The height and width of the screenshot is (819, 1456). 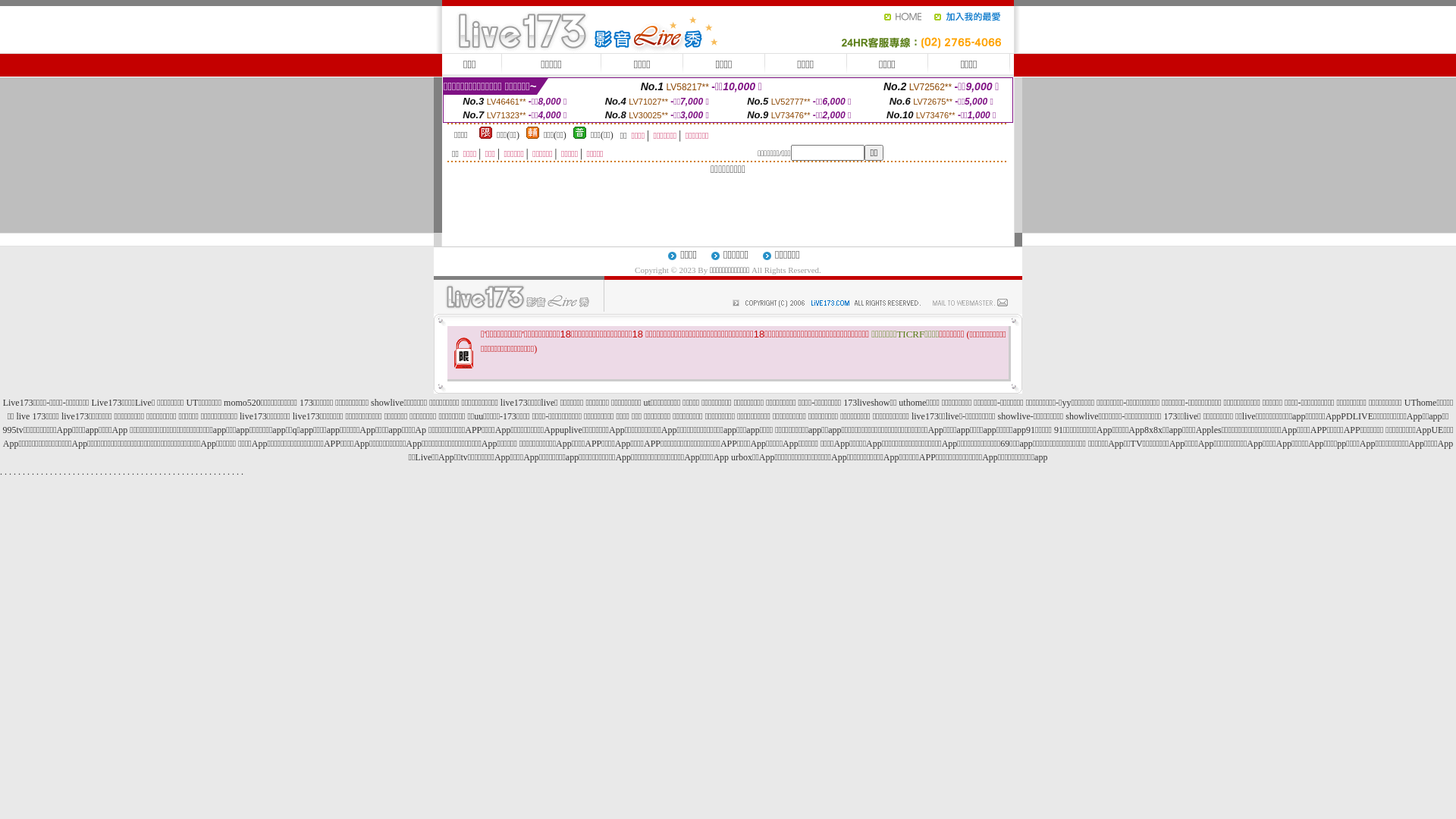 What do you see at coordinates (236, 470) in the screenshot?
I see `'.'` at bounding box center [236, 470].